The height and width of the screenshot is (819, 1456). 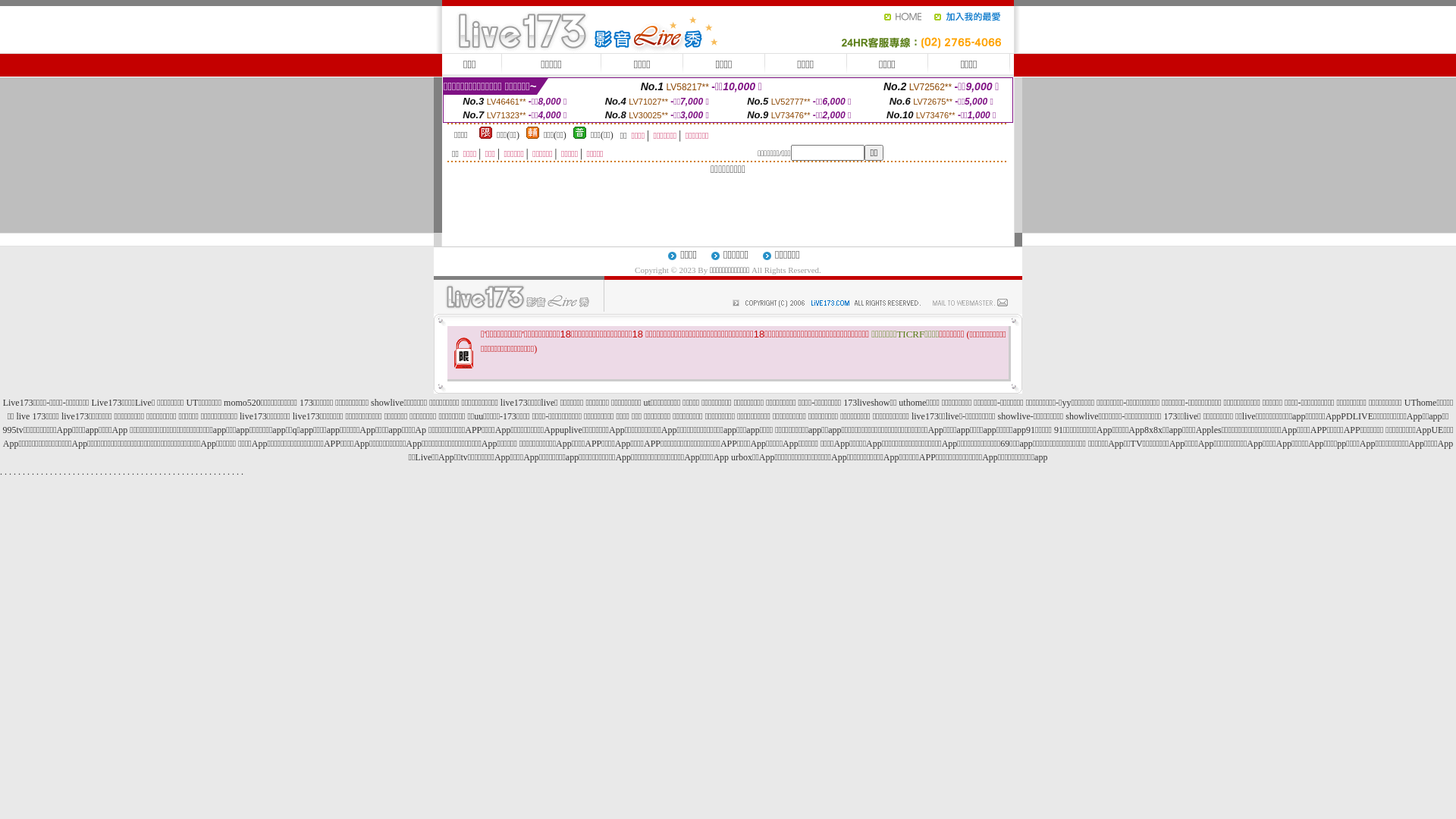 What do you see at coordinates (236, 470) in the screenshot?
I see `'.'` at bounding box center [236, 470].